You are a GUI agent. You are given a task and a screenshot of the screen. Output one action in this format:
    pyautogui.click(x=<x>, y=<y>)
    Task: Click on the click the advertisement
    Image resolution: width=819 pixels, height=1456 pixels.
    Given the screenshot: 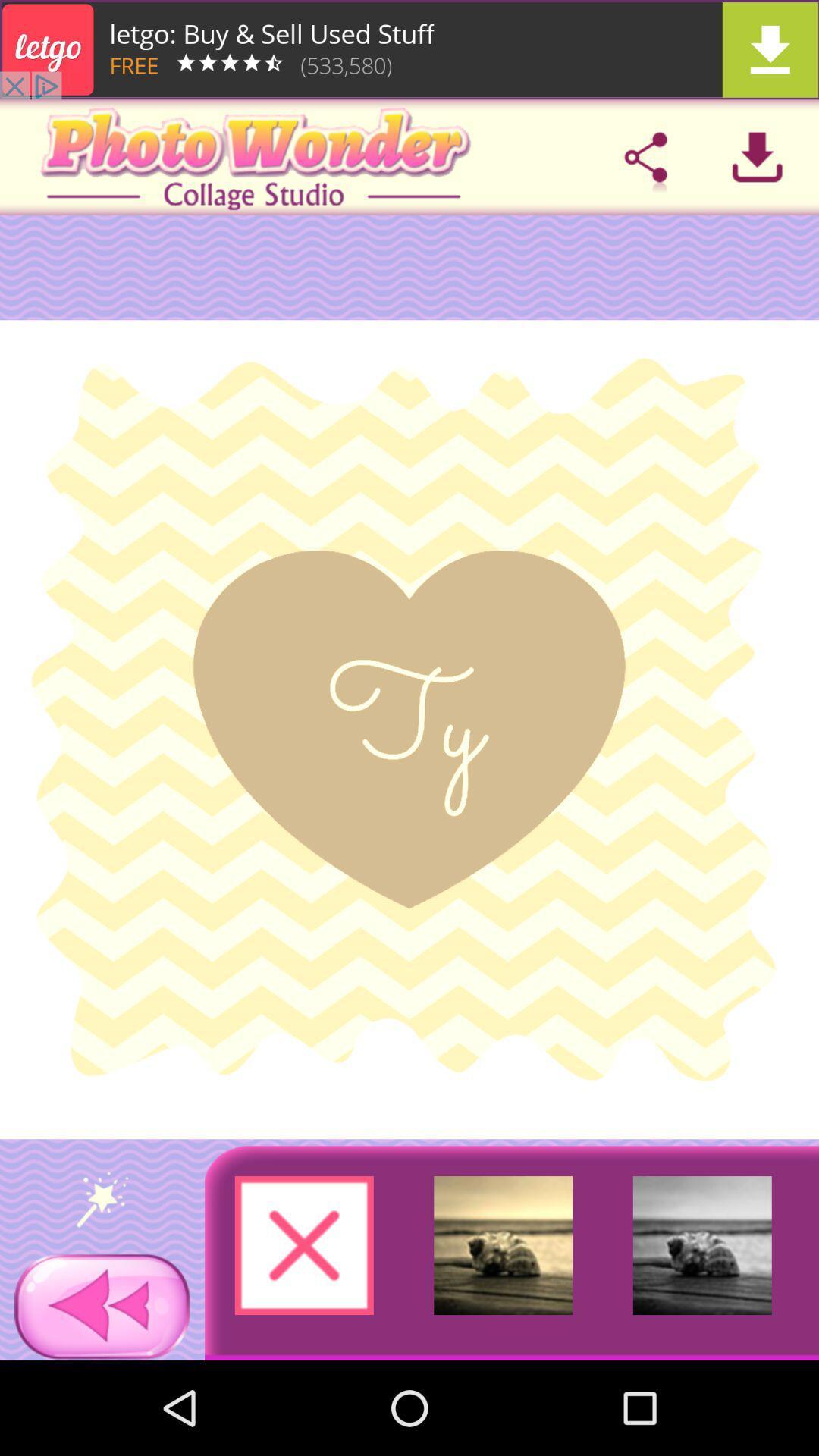 What is the action you would take?
    pyautogui.click(x=409, y=49)
    